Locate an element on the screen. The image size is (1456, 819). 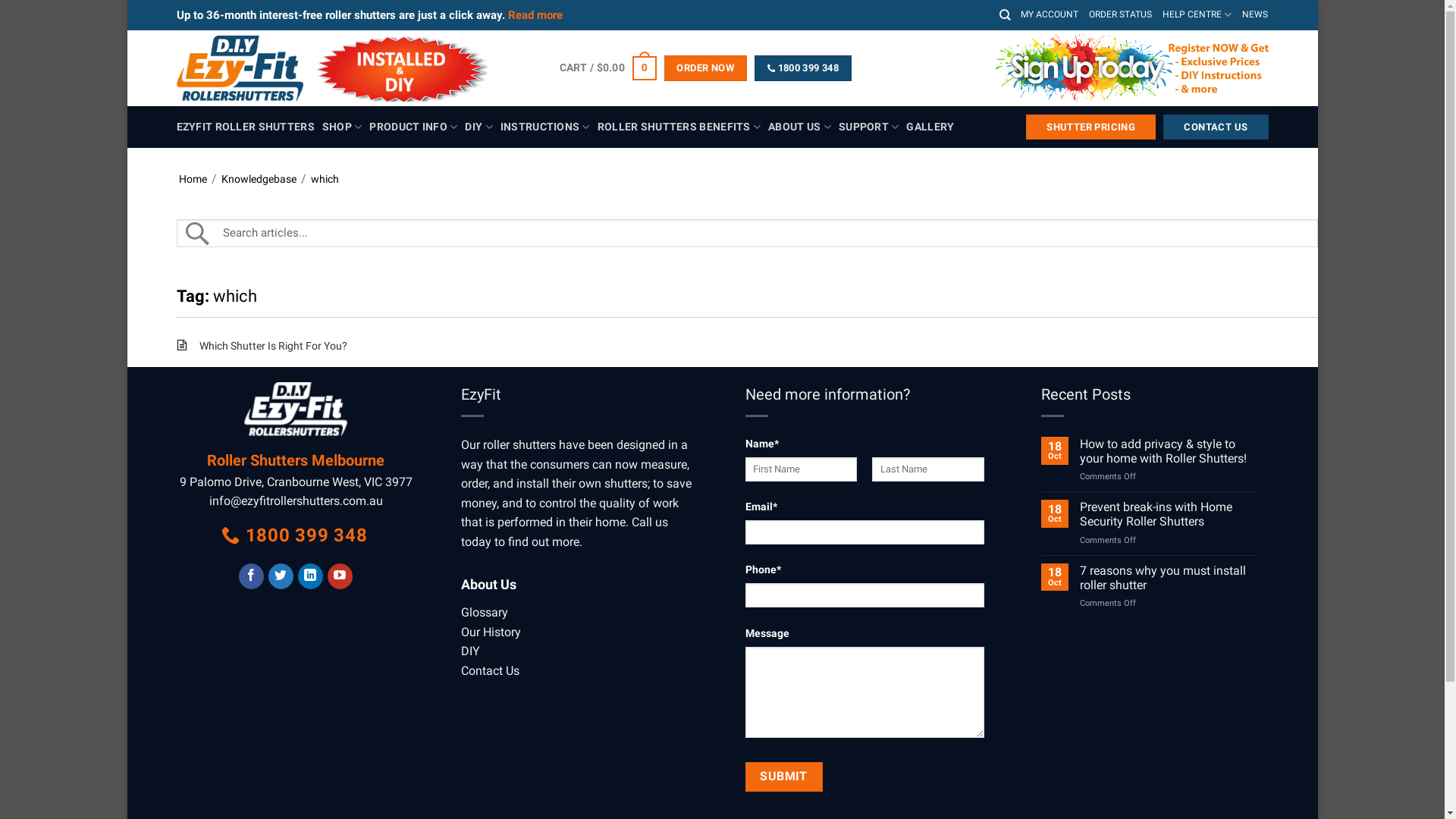
'Submit' is located at coordinates (783, 776).